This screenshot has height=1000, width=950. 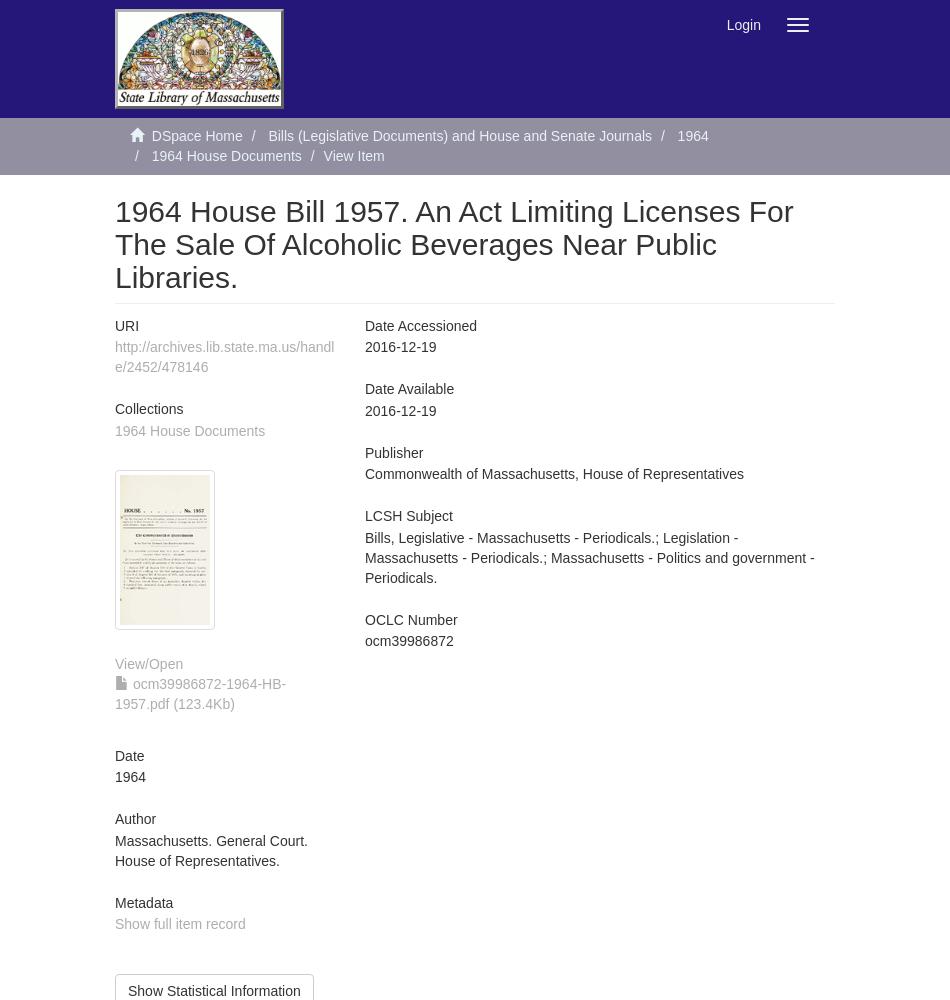 I want to click on 'Collections', so click(x=148, y=409).